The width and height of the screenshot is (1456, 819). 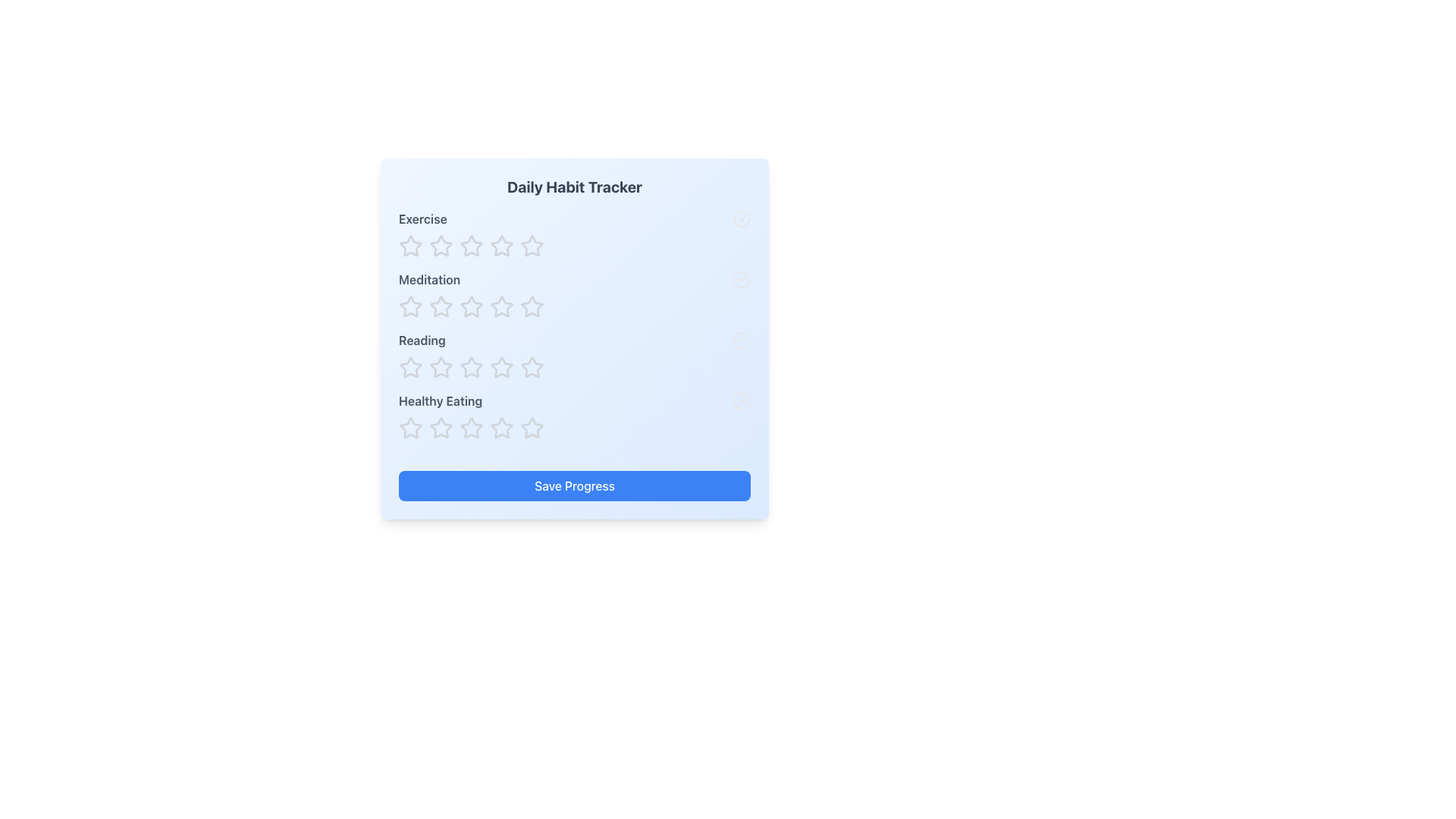 I want to click on the text label that serves as the title for the habit tracking interface, located centrally at the top of the card, so click(x=574, y=186).